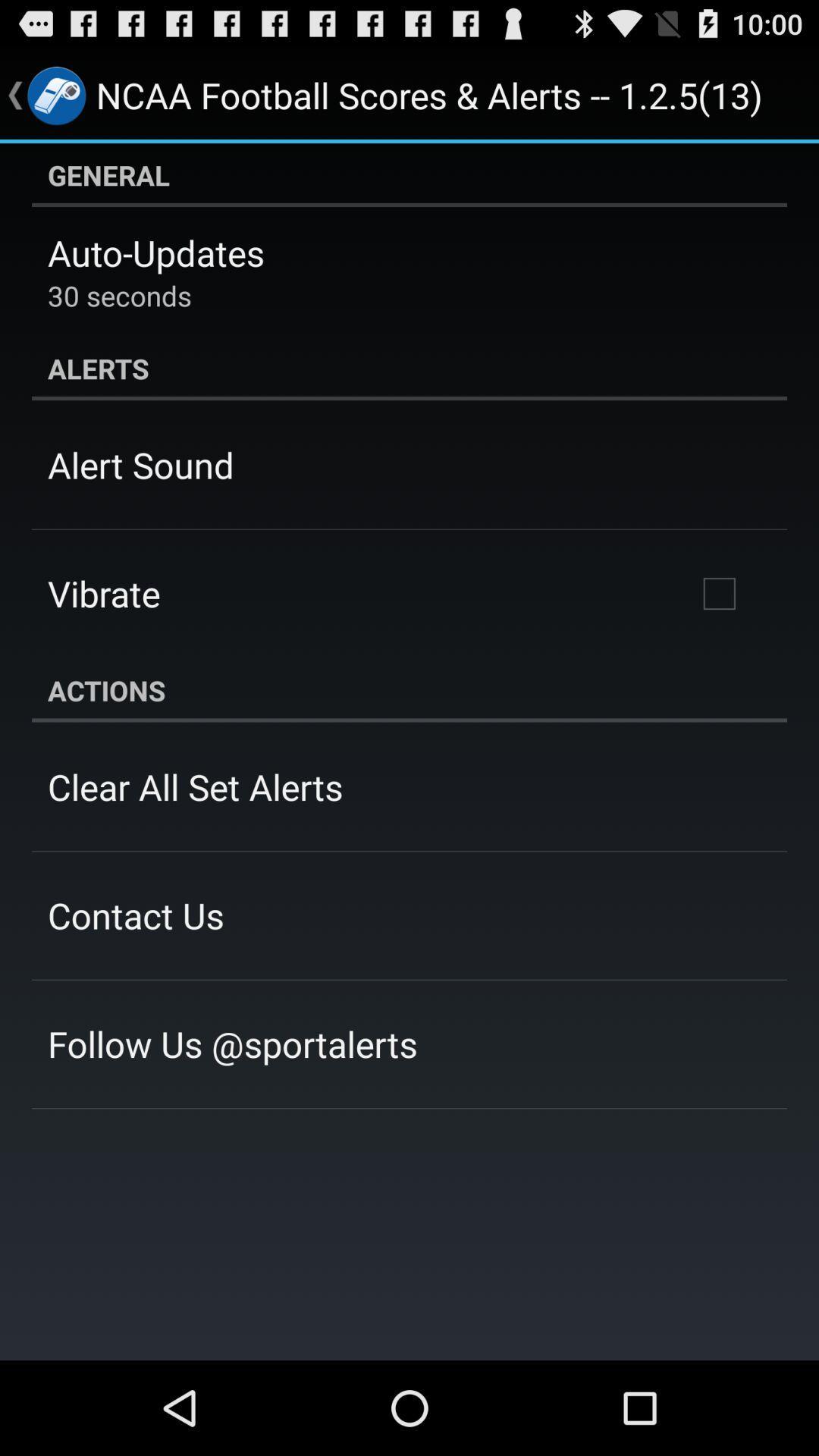 This screenshot has height=1456, width=819. Describe the element at coordinates (194, 786) in the screenshot. I see `the clear all set app` at that location.